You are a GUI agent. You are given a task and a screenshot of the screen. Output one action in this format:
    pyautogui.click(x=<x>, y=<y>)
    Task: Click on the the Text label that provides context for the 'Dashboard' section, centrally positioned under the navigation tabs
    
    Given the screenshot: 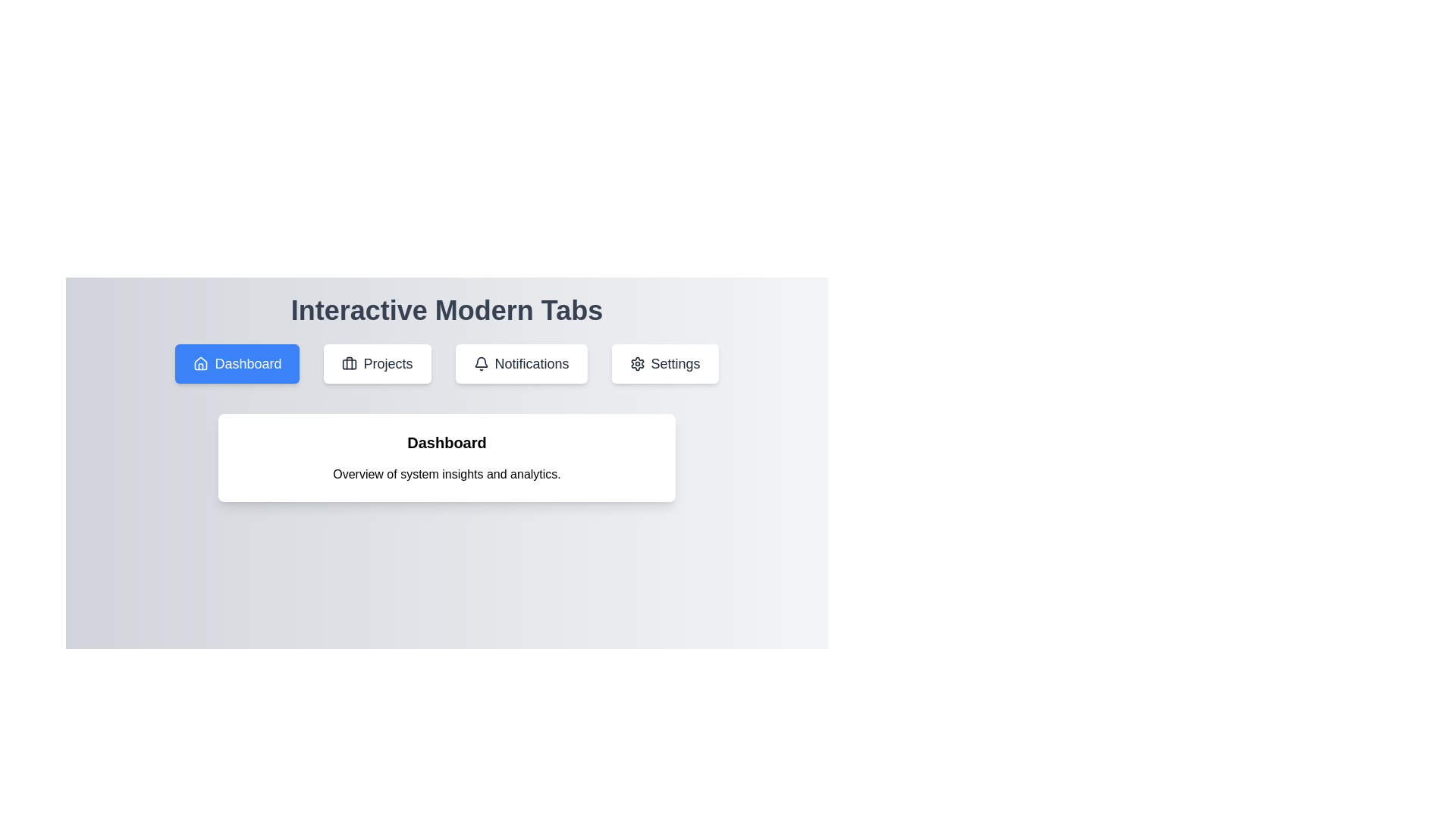 What is the action you would take?
    pyautogui.click(x=446, y=473)
    